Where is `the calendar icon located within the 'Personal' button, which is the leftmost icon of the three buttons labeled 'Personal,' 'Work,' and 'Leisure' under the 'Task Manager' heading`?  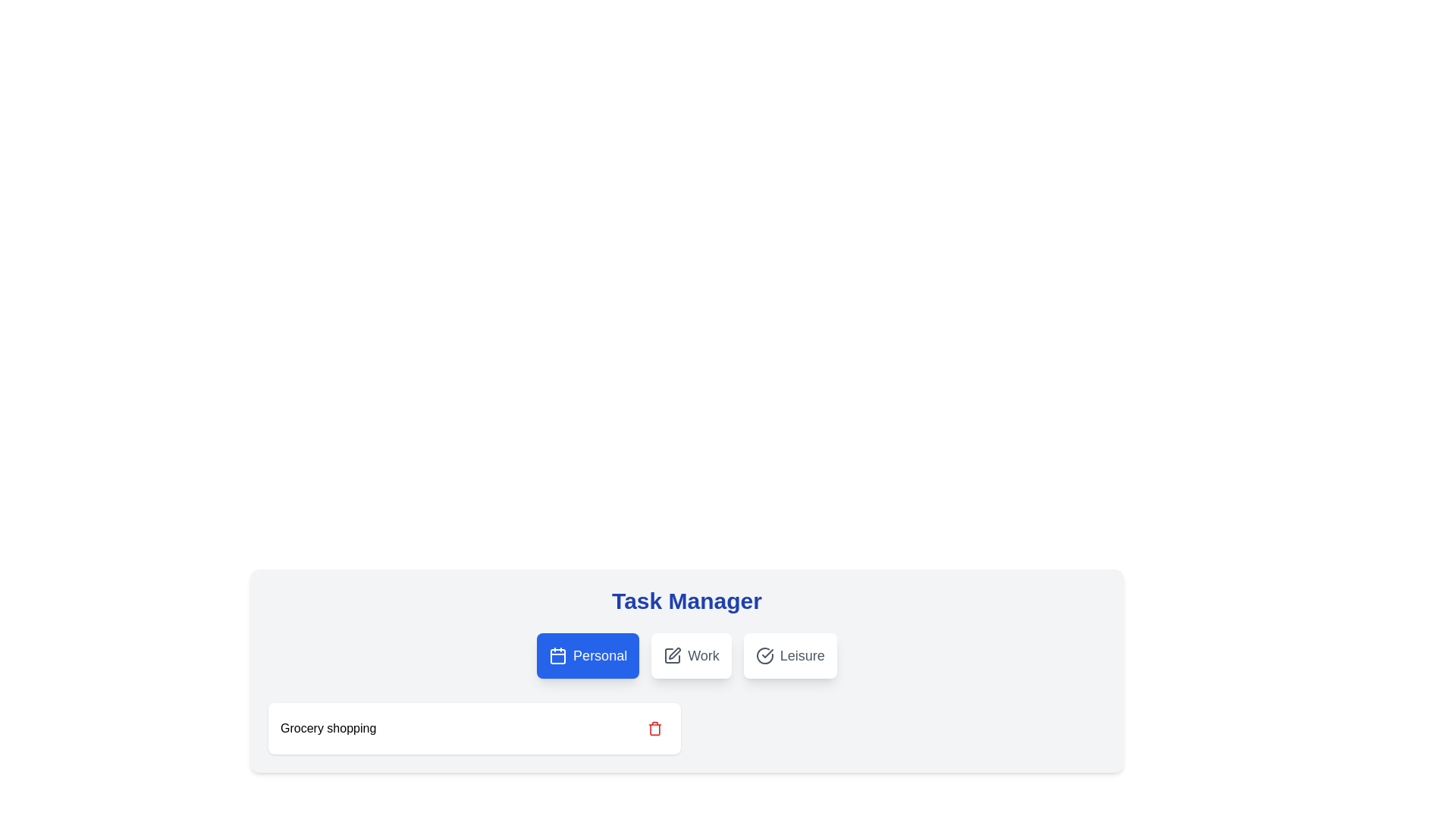 the calendar icon located within the 'Personal' button, which is the leftmost icon of the three buttons labeled 'Personal,' 'Work,' and 'Leisure' under the 'Task Manager' heading is located at coordinates (557, 656).